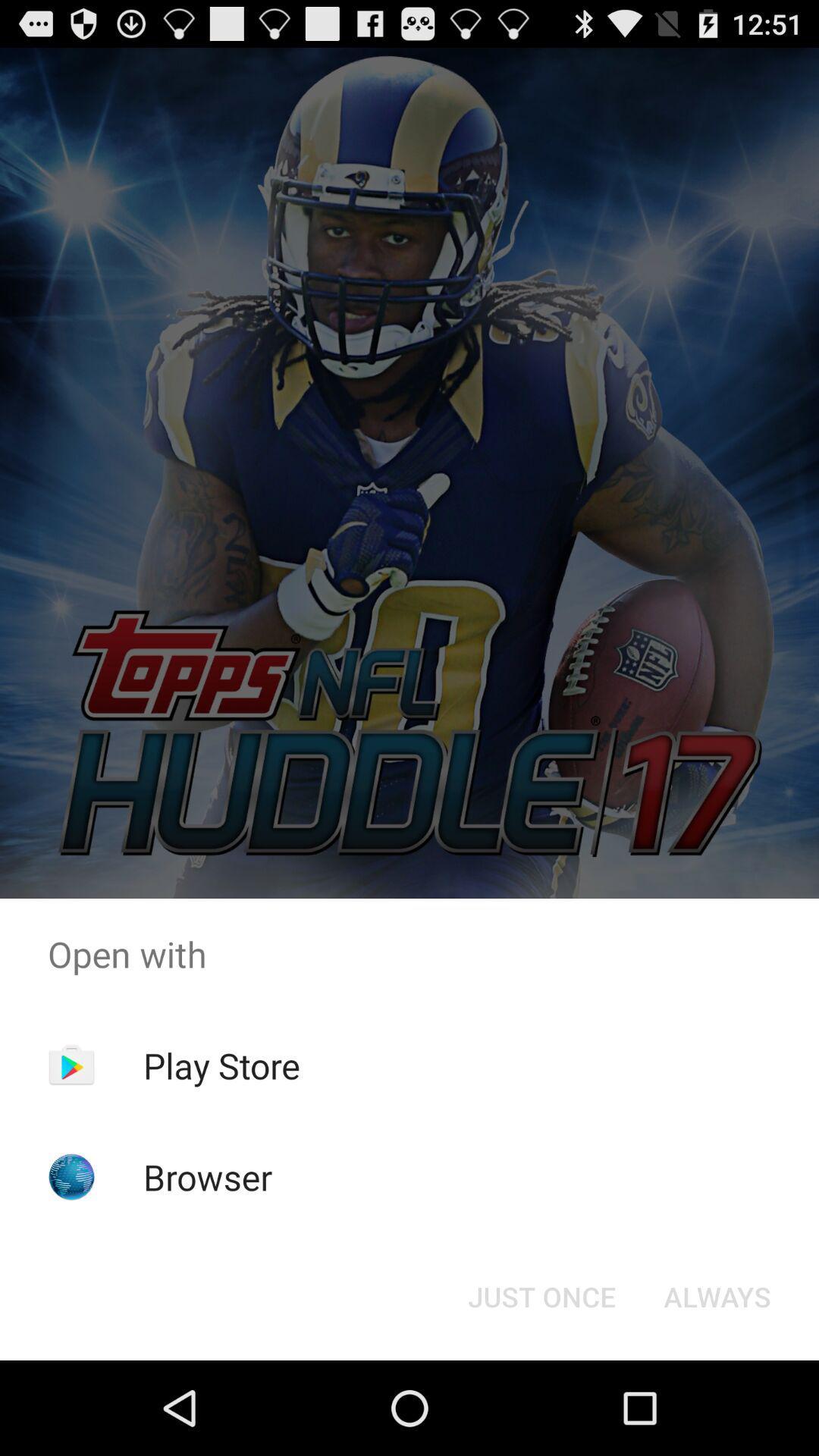  I want to click on just once at the bottom, so click(541, 1295).